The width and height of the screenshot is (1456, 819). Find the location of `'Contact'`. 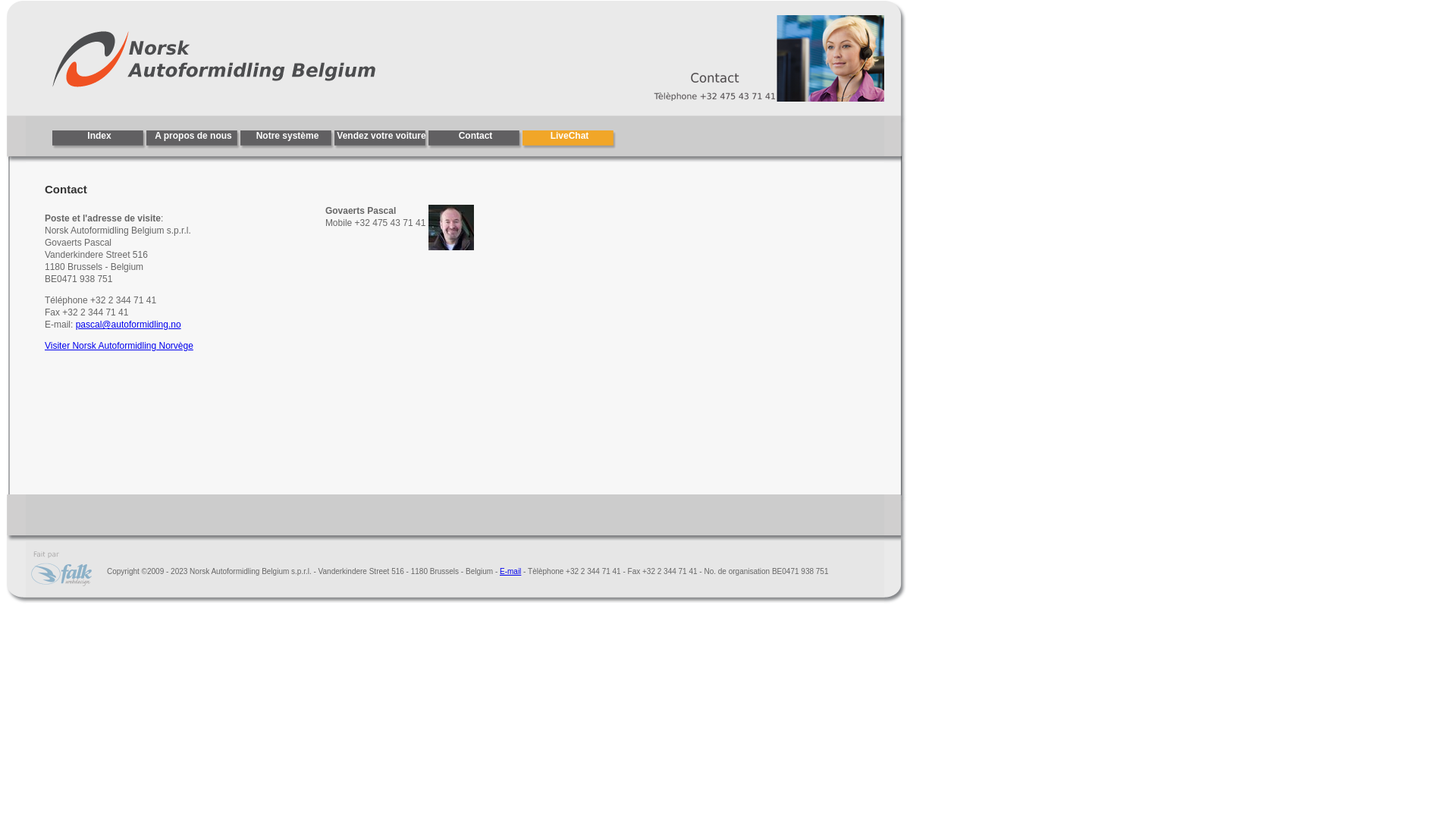

'Contact' is located at coordinates (475, 140).